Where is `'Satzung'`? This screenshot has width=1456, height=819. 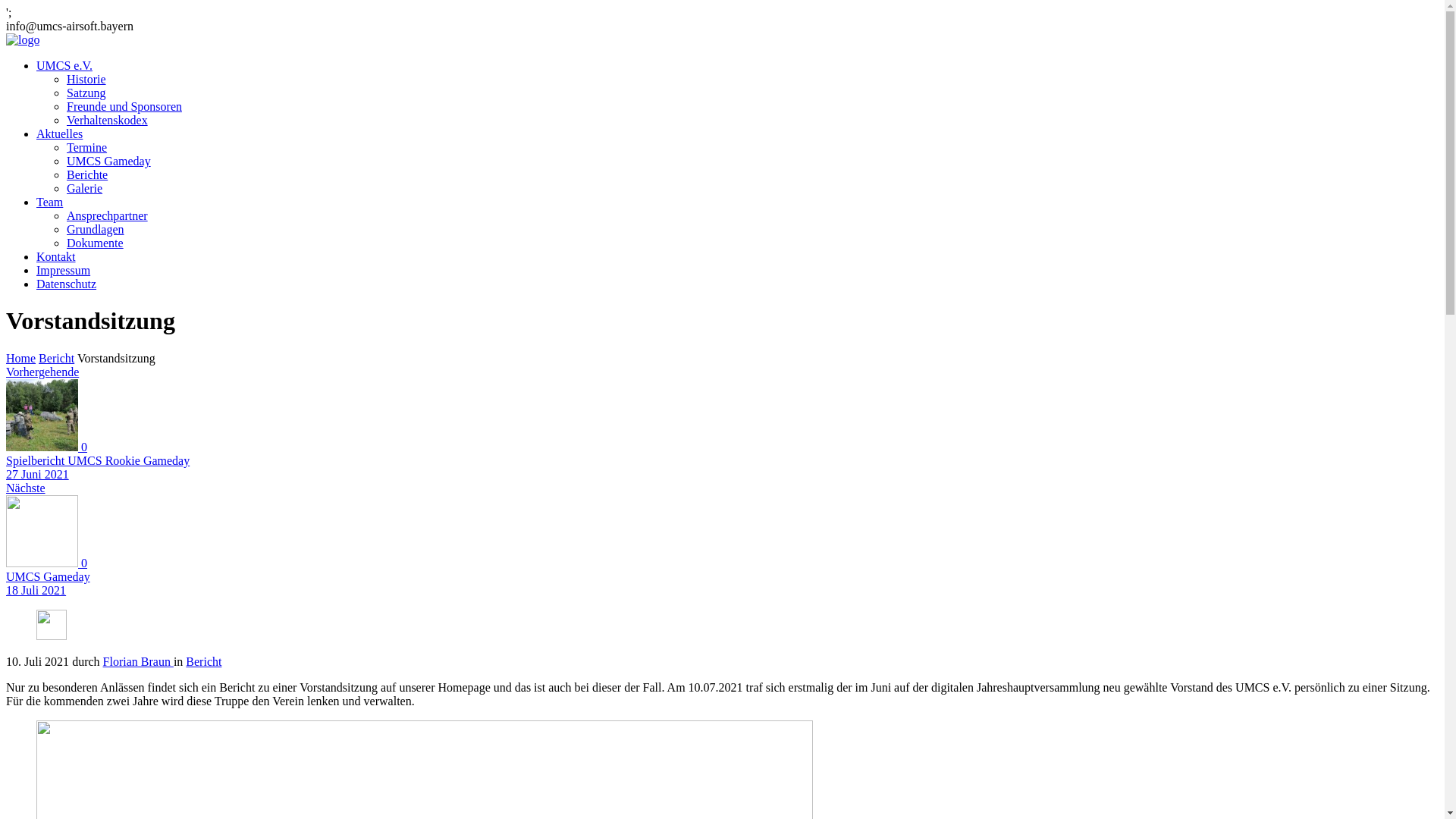
'Satzung' is located at coordinates (86, 93).